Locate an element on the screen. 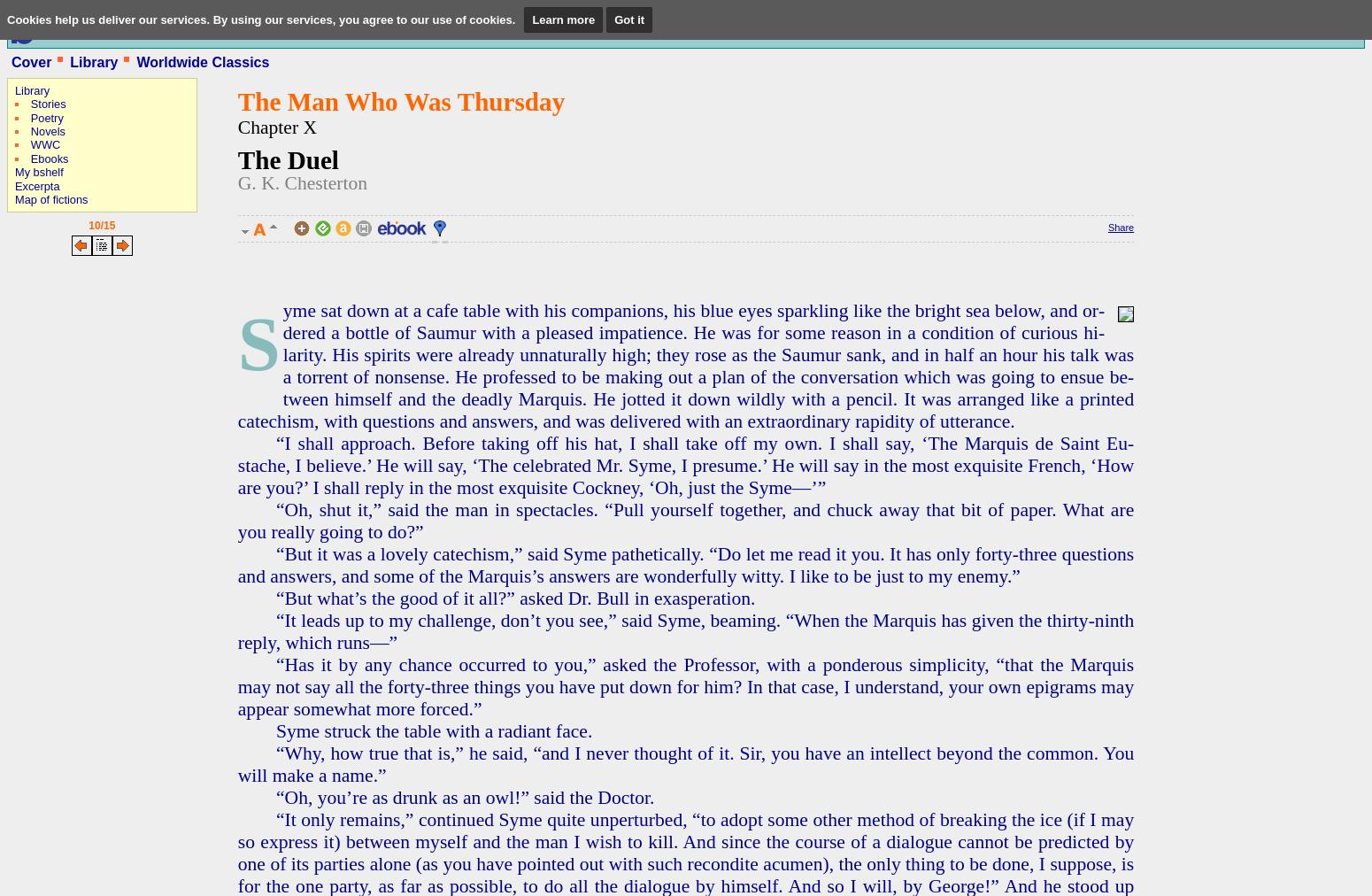 The image size is (1372, 896). 'Excerpta' is located at coordinates (36, 185).